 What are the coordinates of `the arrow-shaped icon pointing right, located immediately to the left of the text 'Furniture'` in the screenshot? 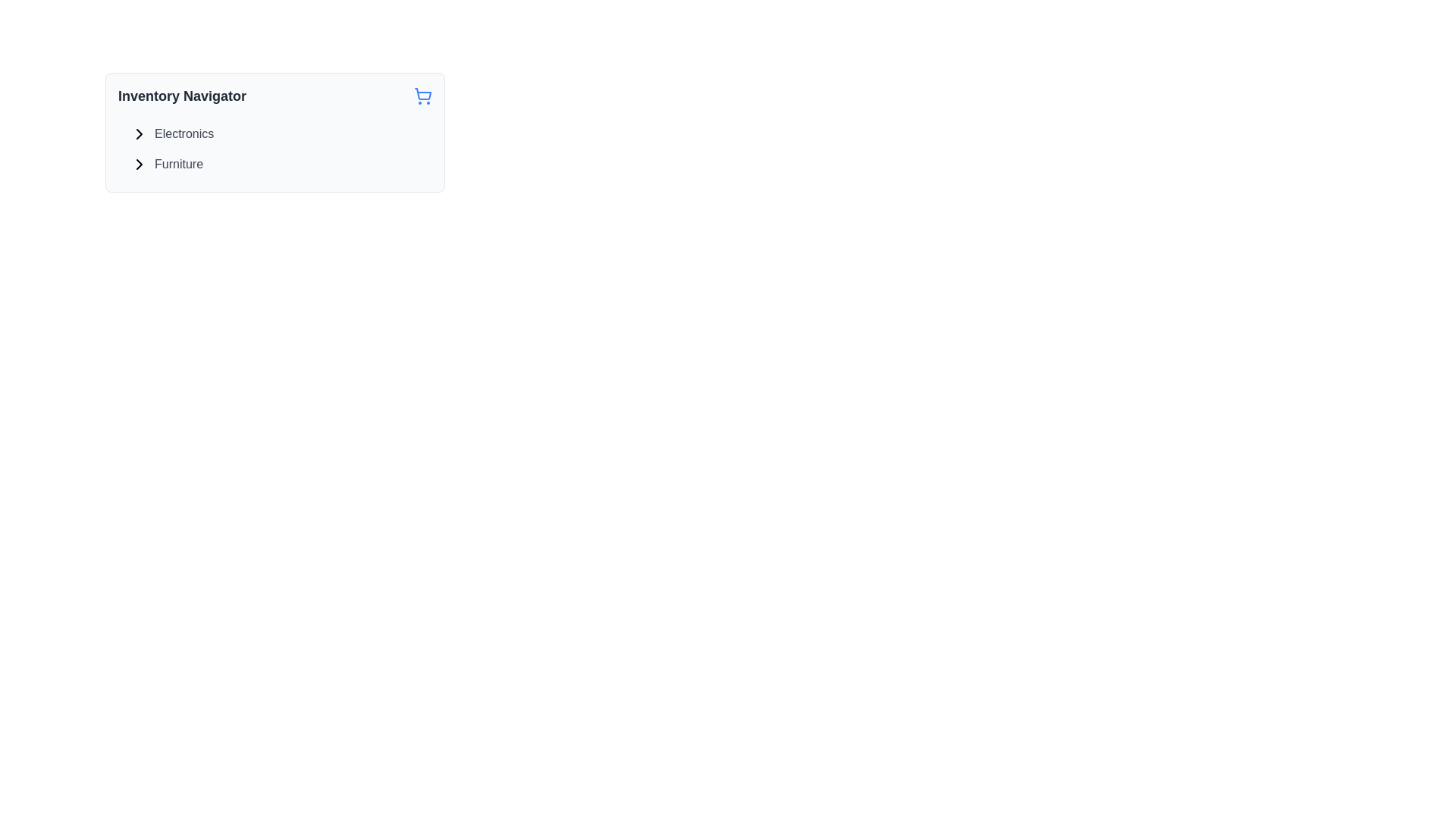 It's located at (139, 164).